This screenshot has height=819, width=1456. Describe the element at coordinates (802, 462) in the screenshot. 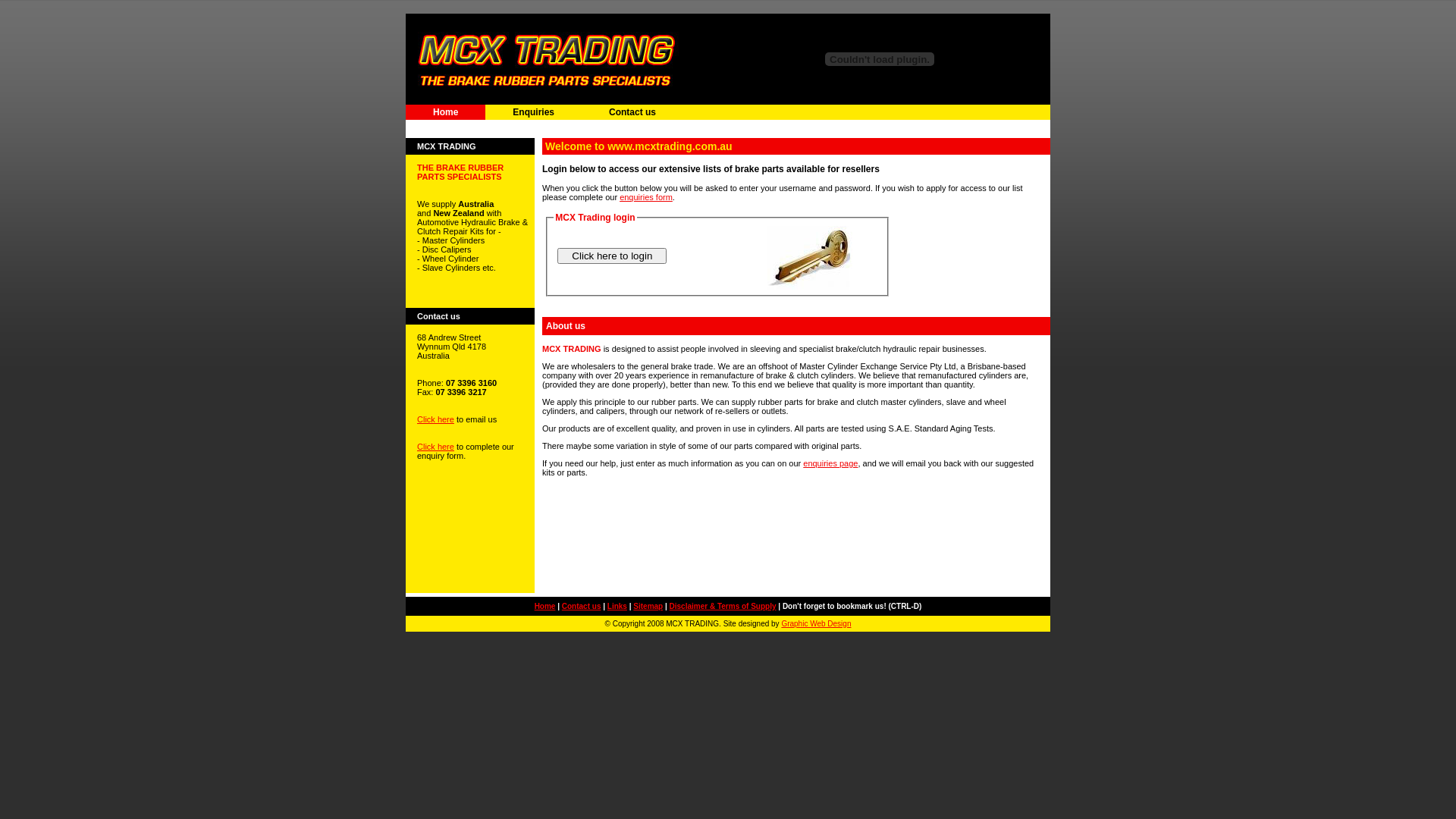

I see `'enquiries page'` at that location.